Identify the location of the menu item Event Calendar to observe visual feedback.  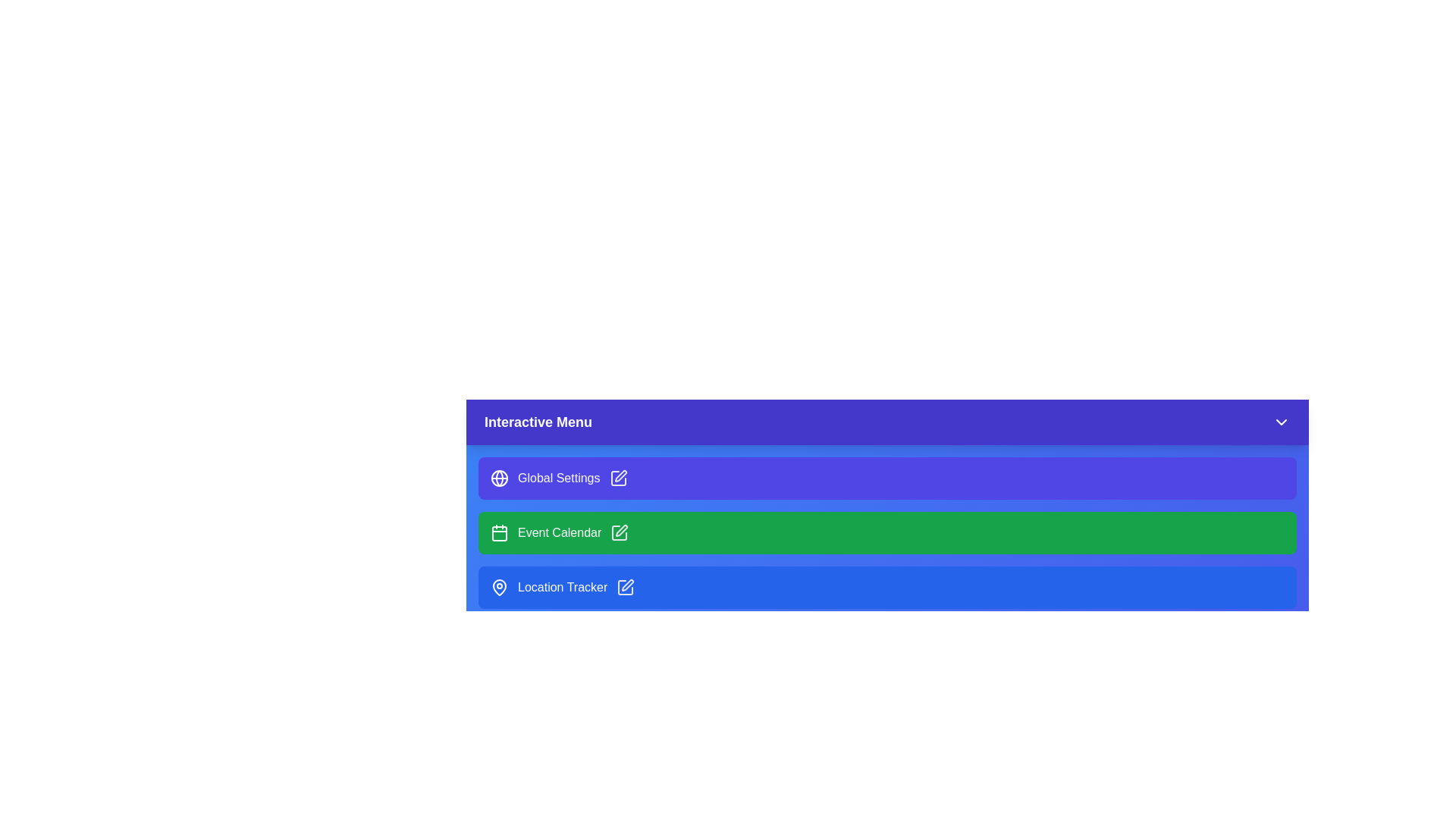
(887, 532).